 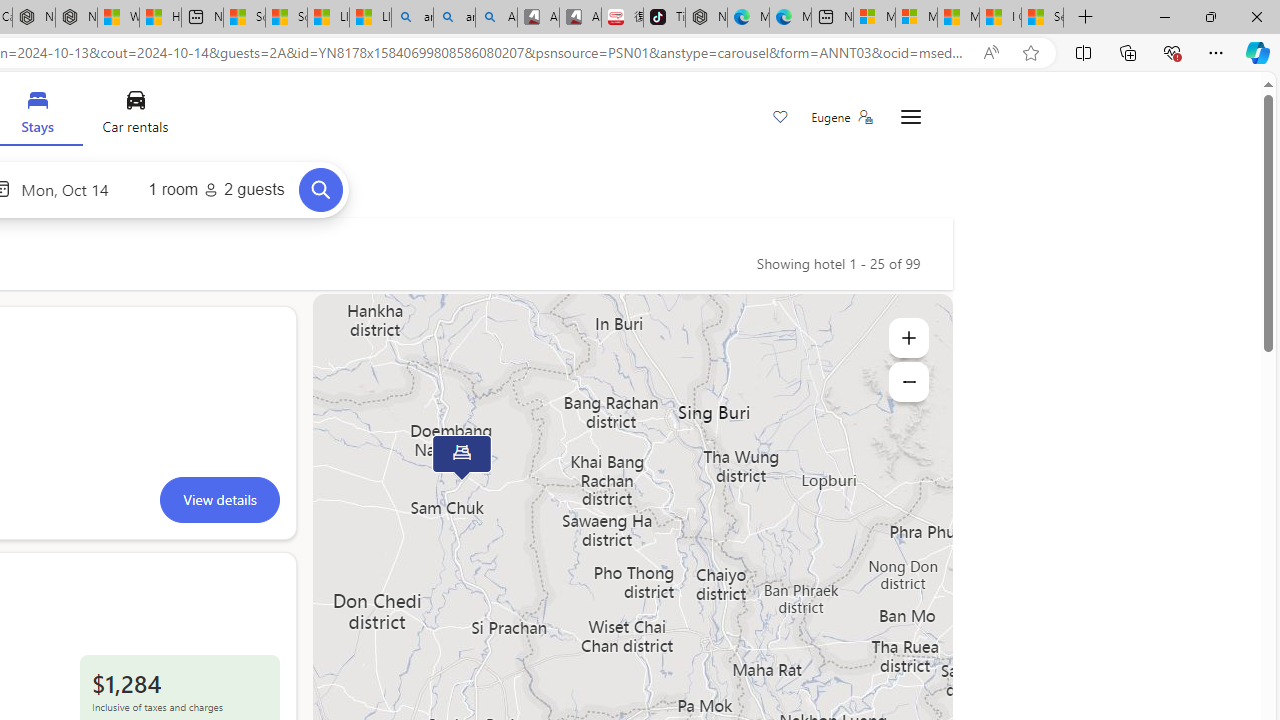 I want to click on 'amazon - Search', so click(x=411, y=17).